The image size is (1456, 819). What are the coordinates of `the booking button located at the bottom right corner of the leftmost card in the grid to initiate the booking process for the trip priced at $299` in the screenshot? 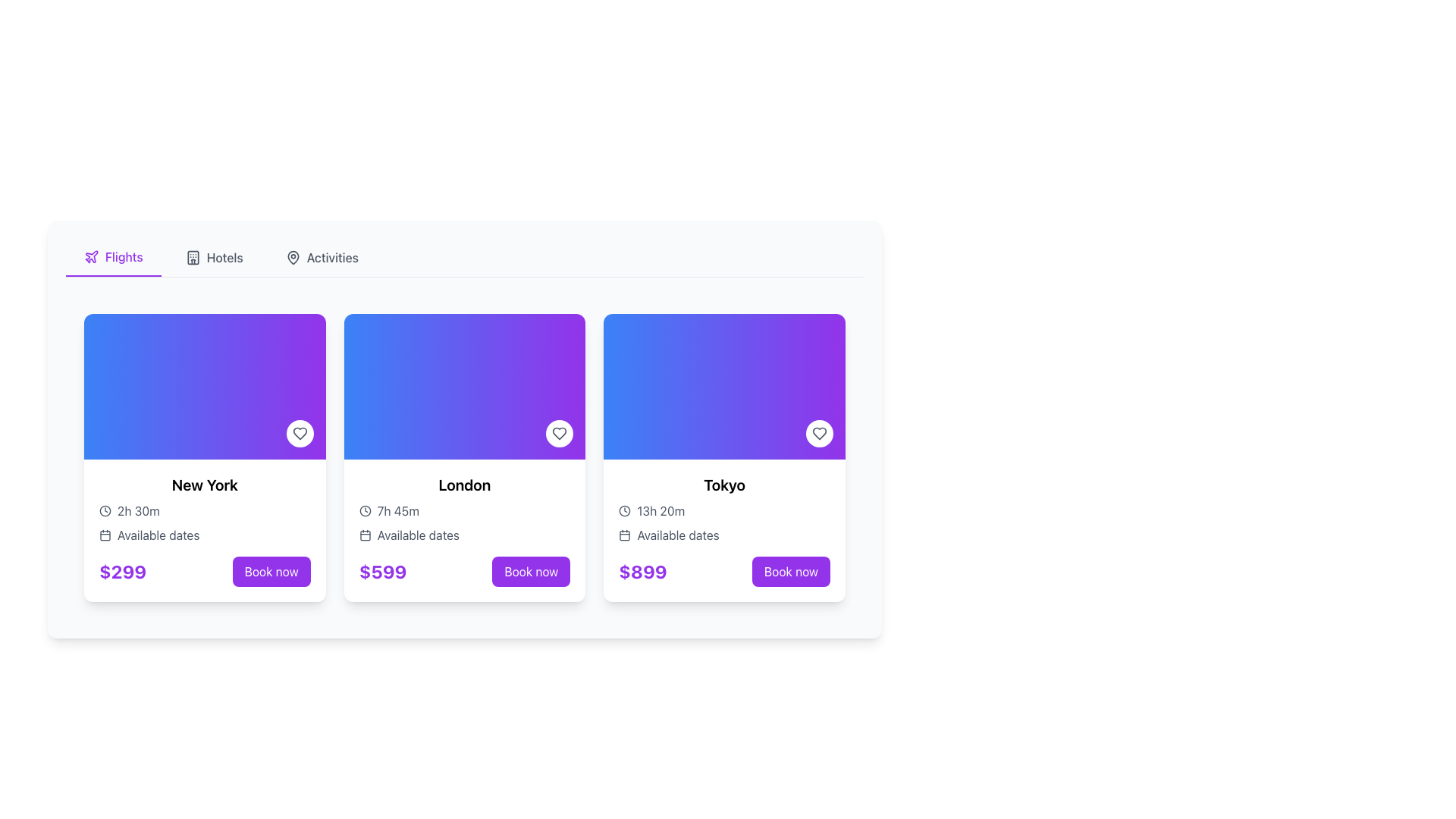 It's located at (271, 571).